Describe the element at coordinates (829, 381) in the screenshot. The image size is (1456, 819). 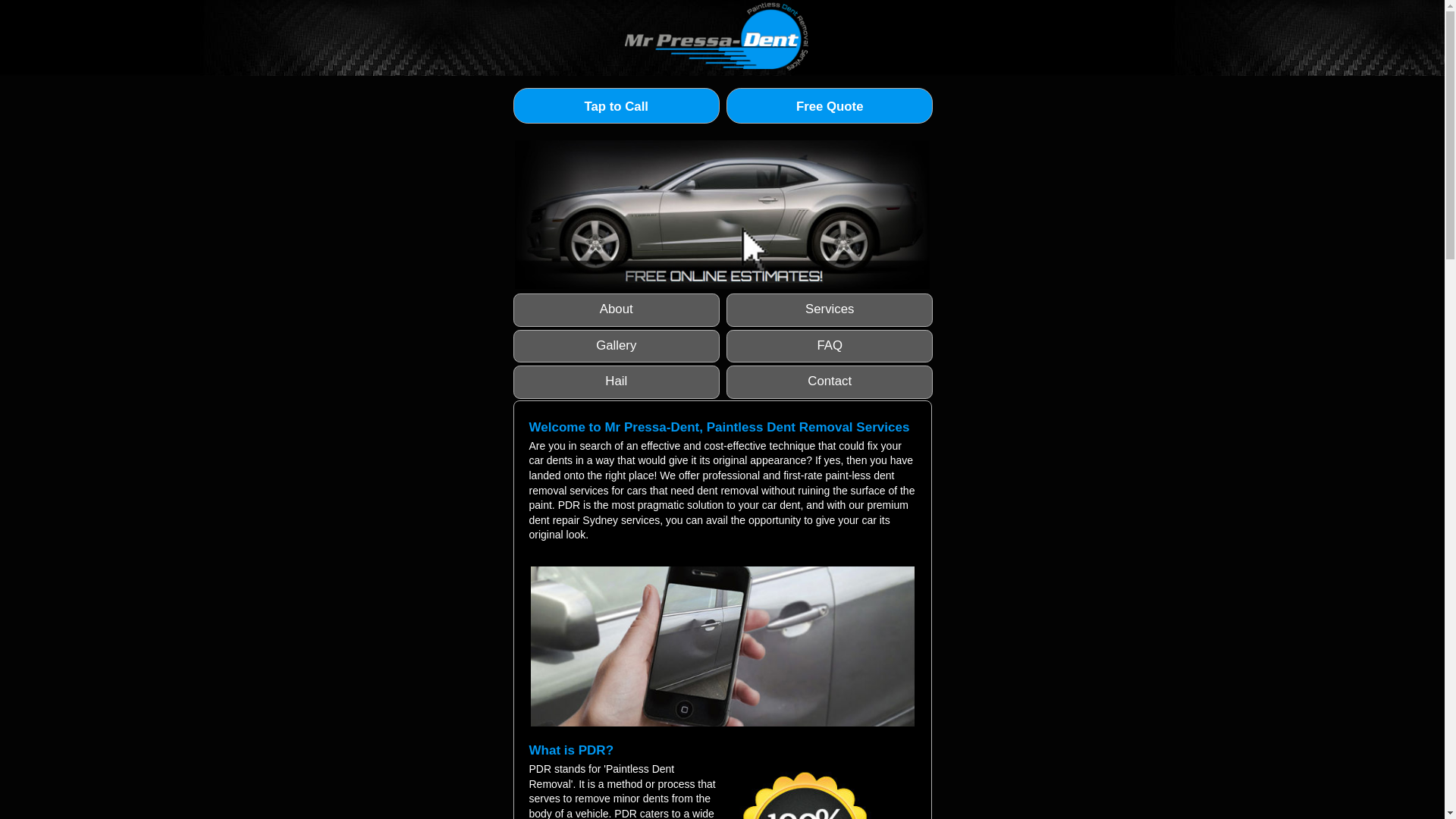
I see `'Contact'` at that location.